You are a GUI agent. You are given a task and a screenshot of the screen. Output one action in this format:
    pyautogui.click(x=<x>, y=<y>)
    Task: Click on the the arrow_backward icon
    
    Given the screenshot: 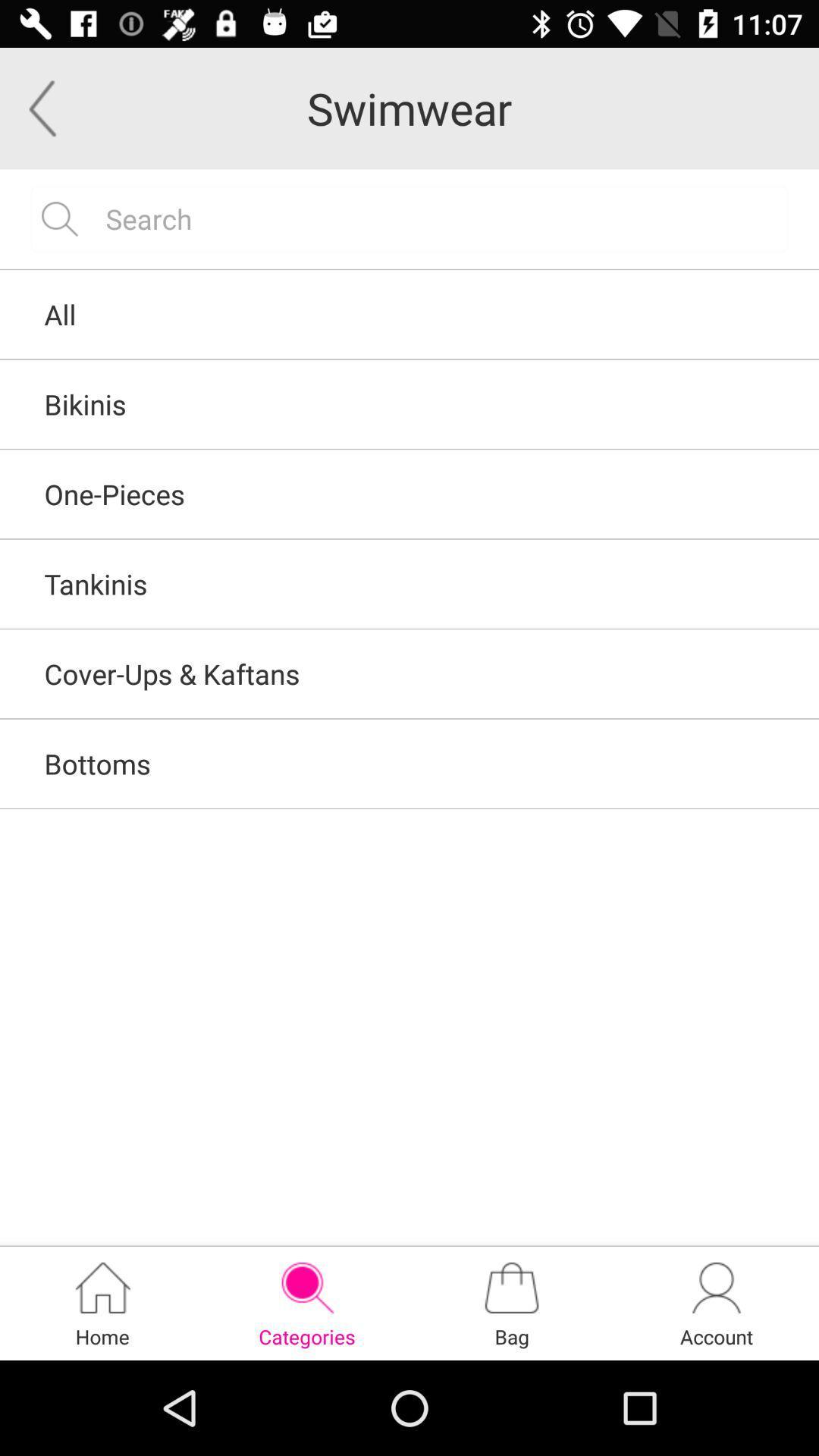 What is the action you would take?
    pyautogui.click(x=42, y=108)
    